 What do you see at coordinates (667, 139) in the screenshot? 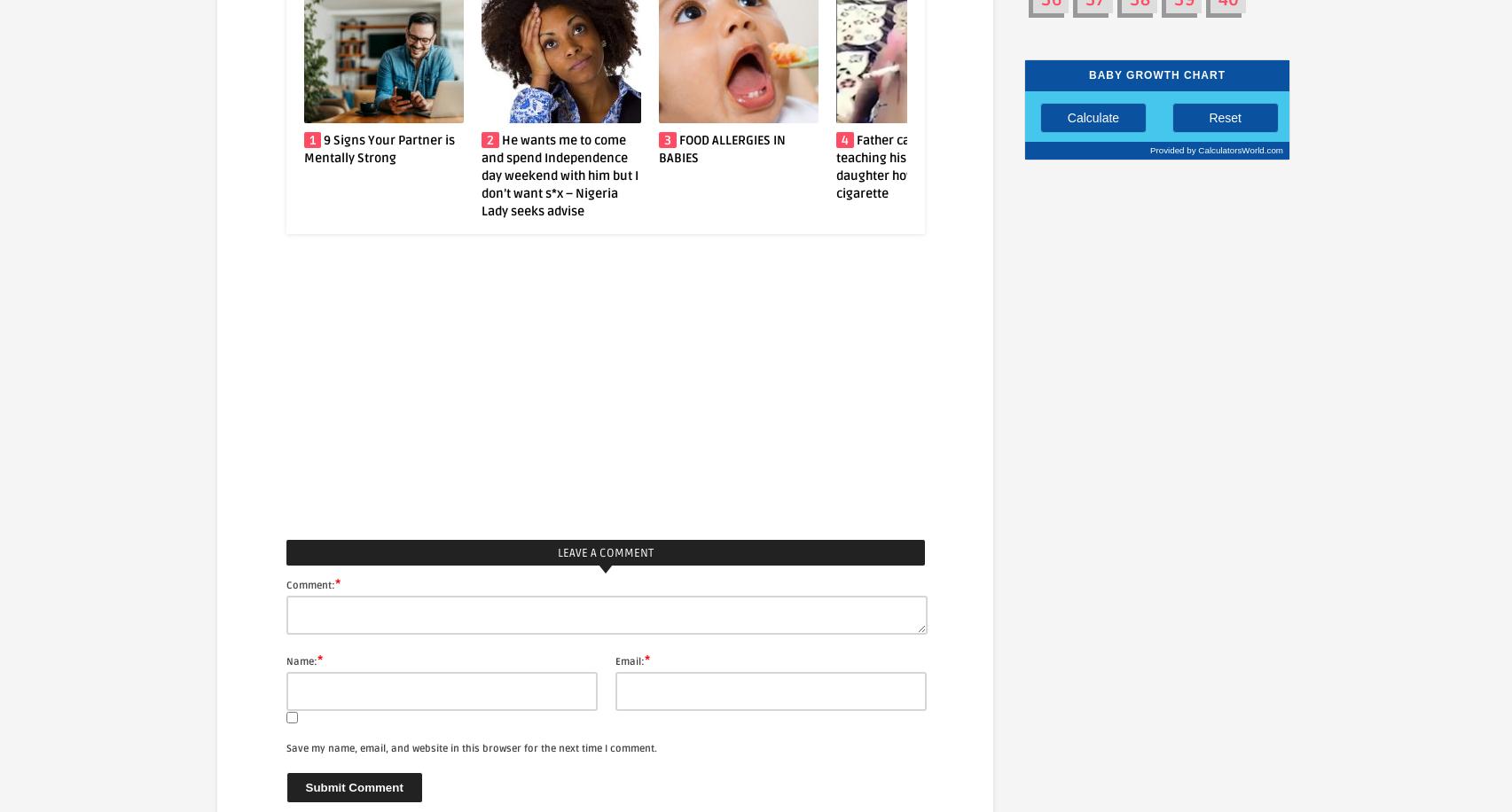
I see `'4'` at bounding box center [667, 139].